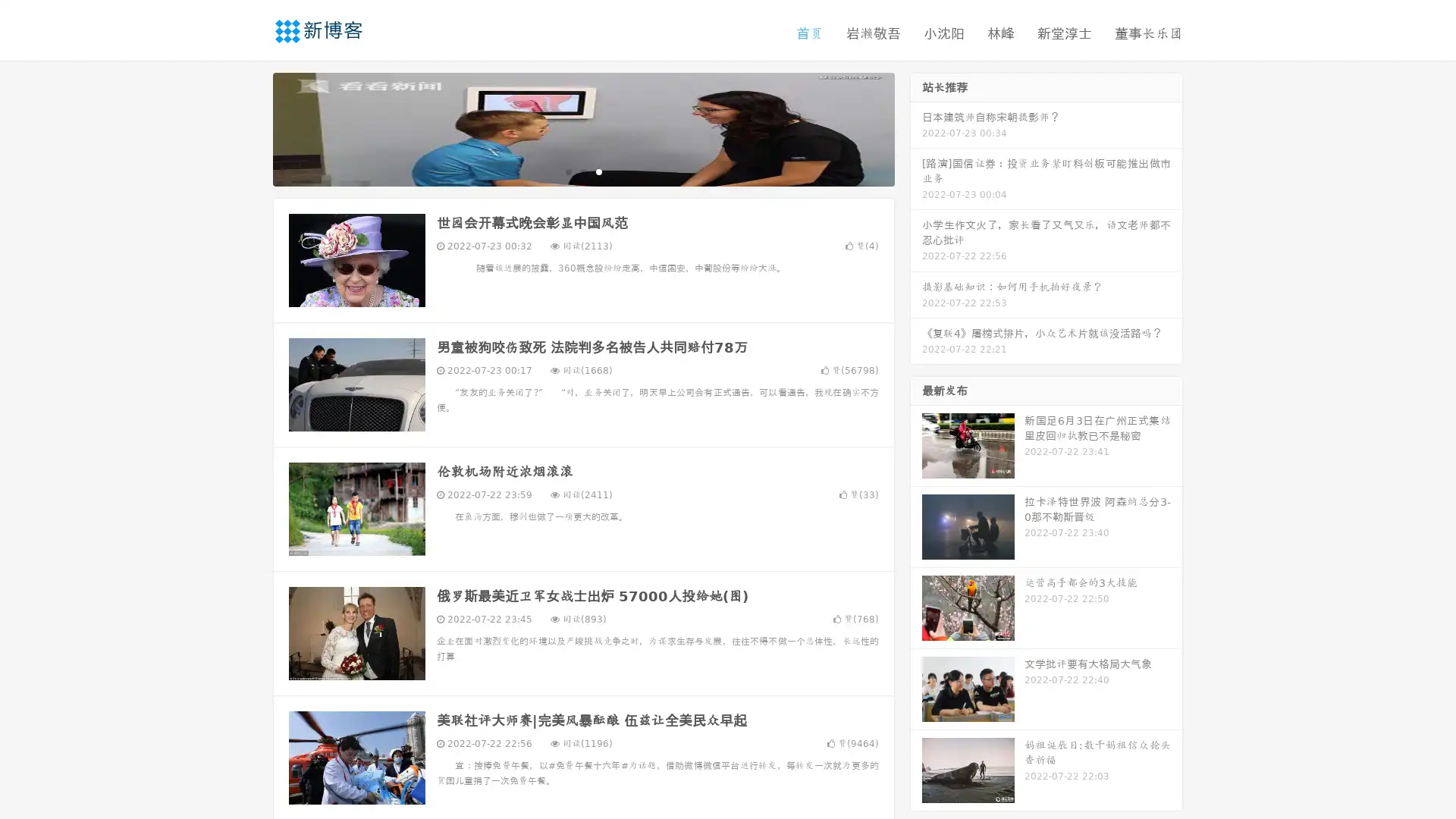  I want to click on Go to slide 2, so click(582, 171).